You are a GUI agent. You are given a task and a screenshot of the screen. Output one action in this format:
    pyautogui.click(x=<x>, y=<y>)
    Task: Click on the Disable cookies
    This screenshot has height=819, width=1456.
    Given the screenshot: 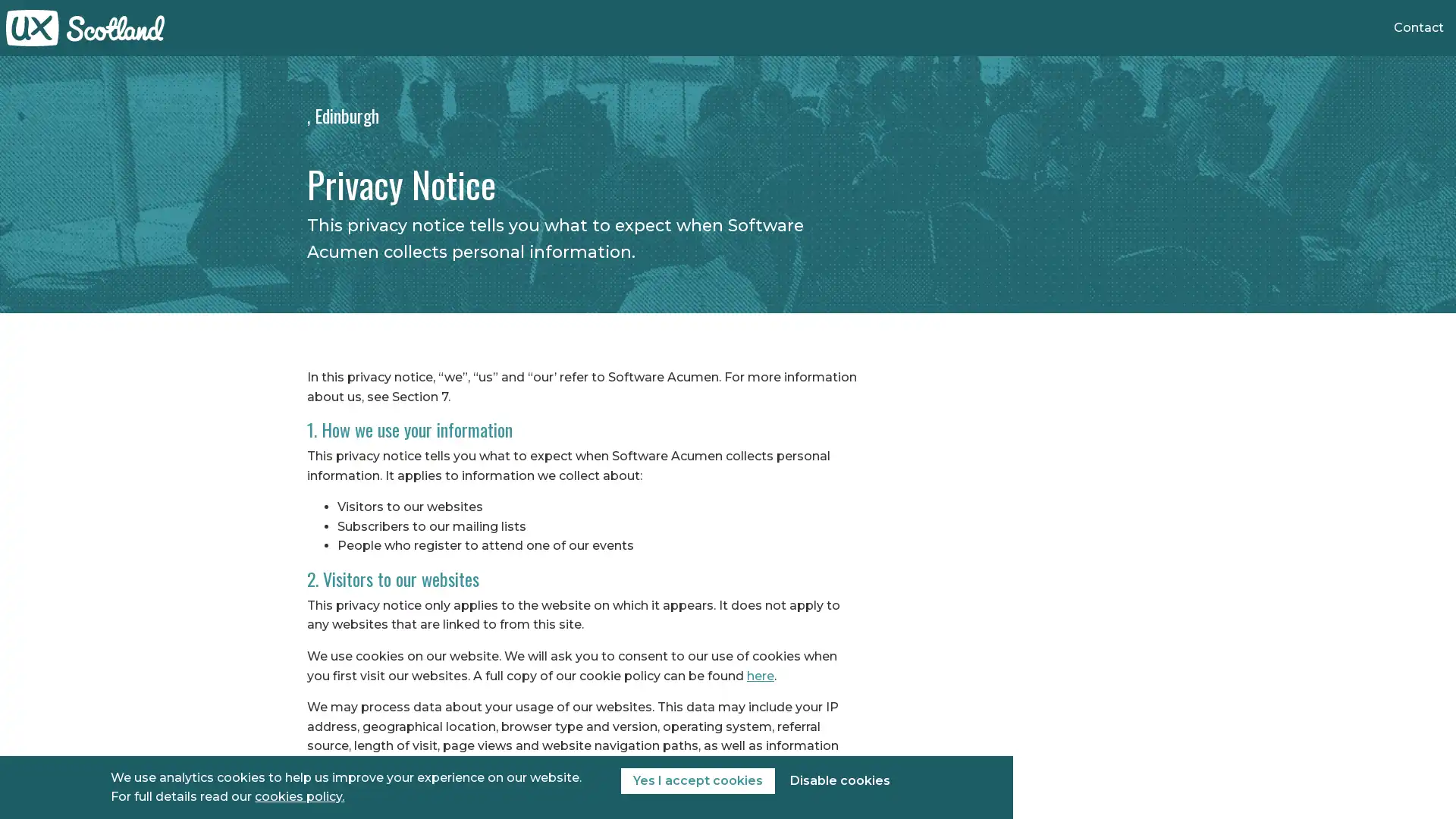 What is the action you would take?
    pyautogui.click(x=839, y=780)
    